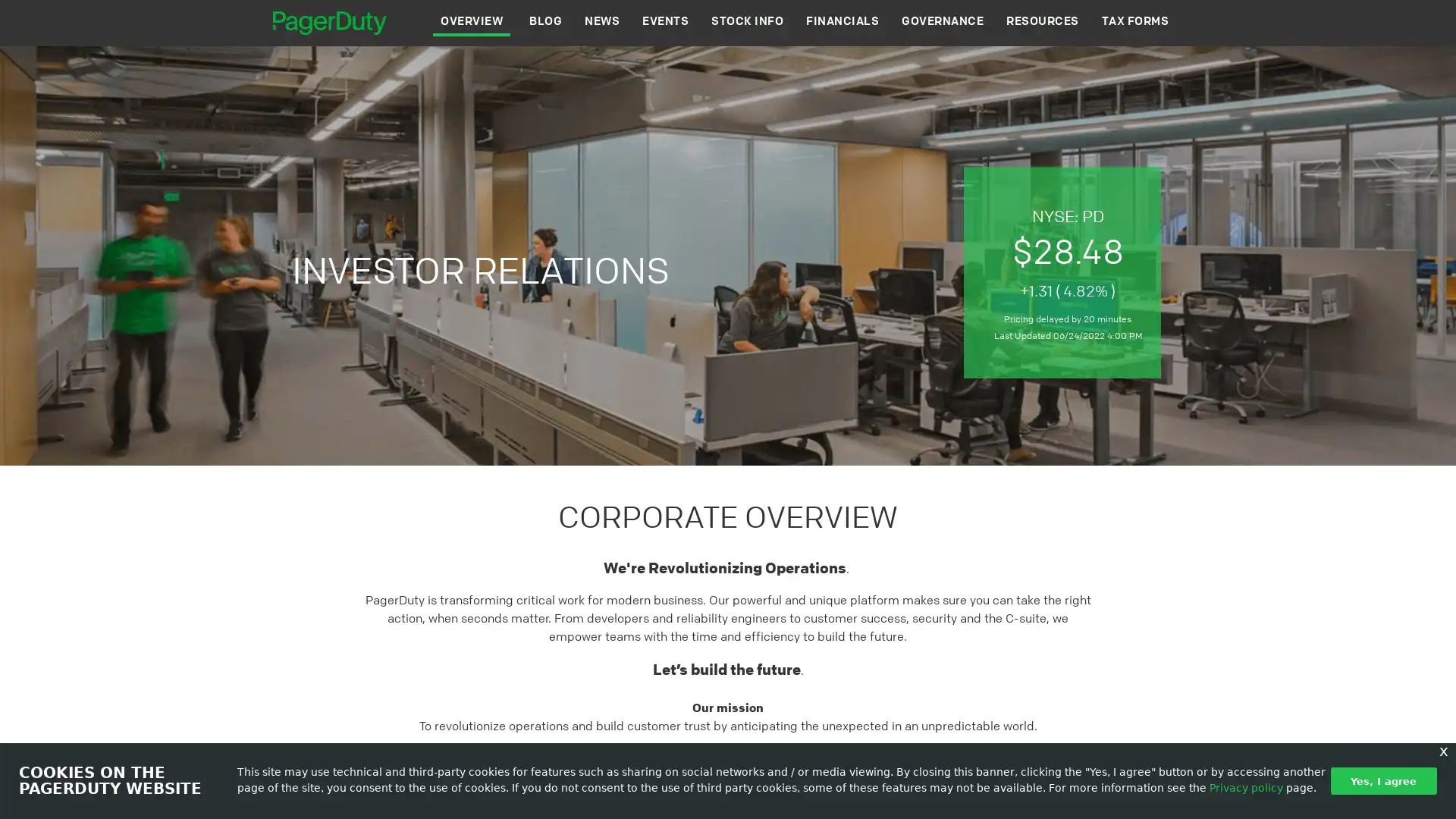 This screenshot has height=819, width=1456. Describe the element at coordinates (1383, 780) in the screenshot. I see `dismiss cookie message` at that location.